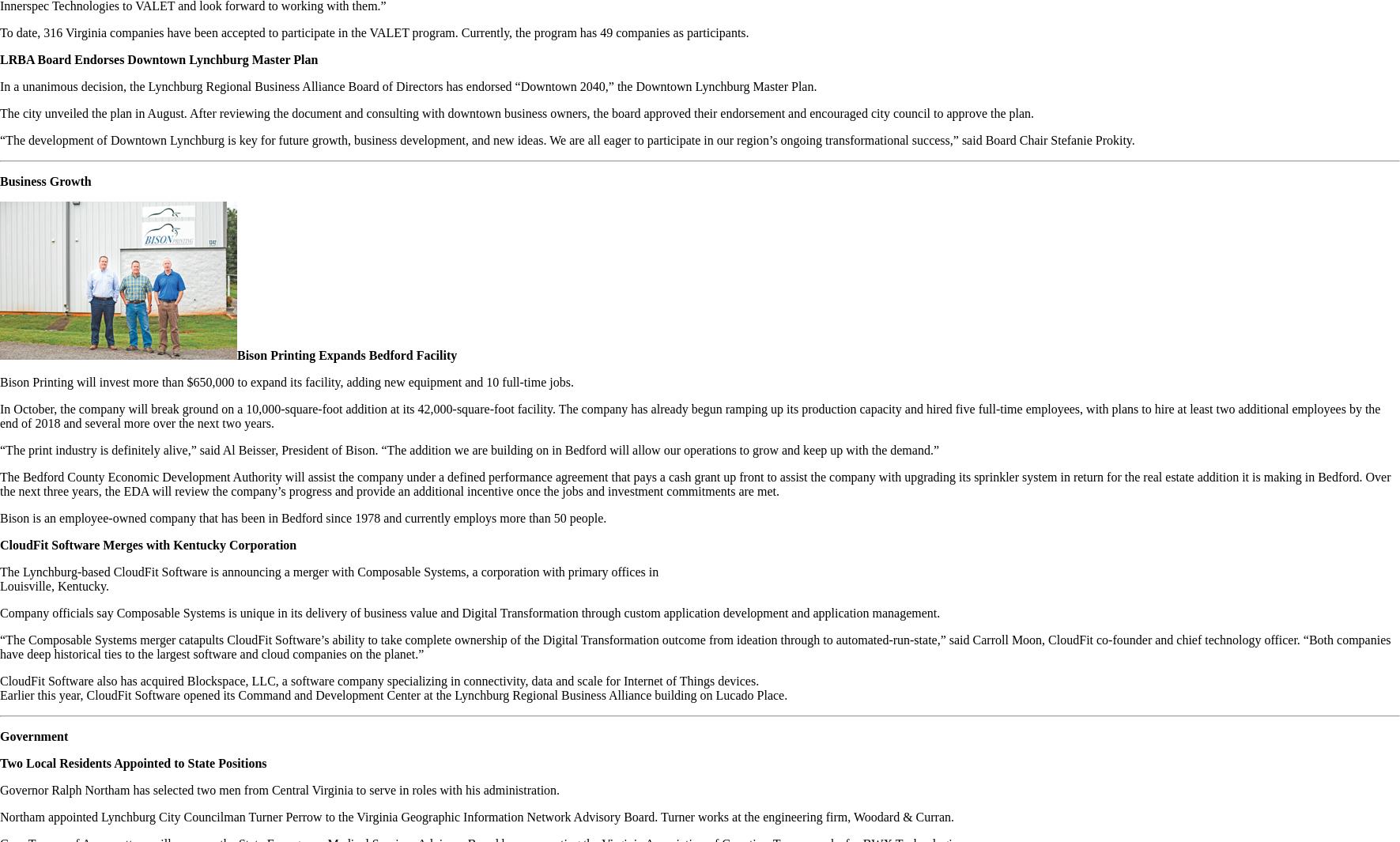  What do you see at coordinates (0, 450) in the screenshot?
I see `'“The print industry is definitely alive,” said Al Beisser, President of Bison. “The addition we are building on in Bedford will allow our operations to grow and keep up with the demand.”'` at bounding box center [0, 450].